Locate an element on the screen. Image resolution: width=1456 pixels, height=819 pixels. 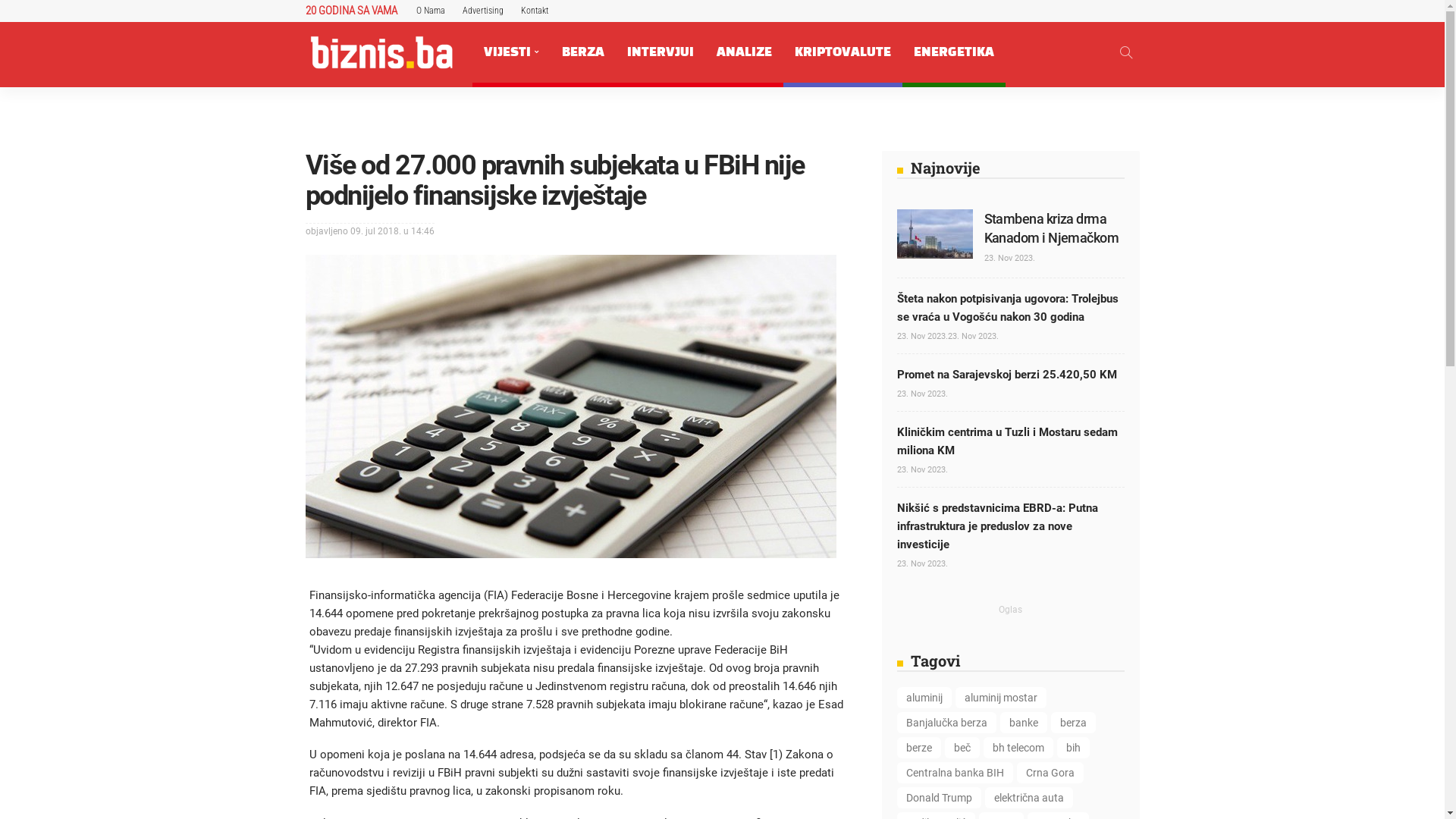
'Biznis.ba' is located at coordinates (381, 52).